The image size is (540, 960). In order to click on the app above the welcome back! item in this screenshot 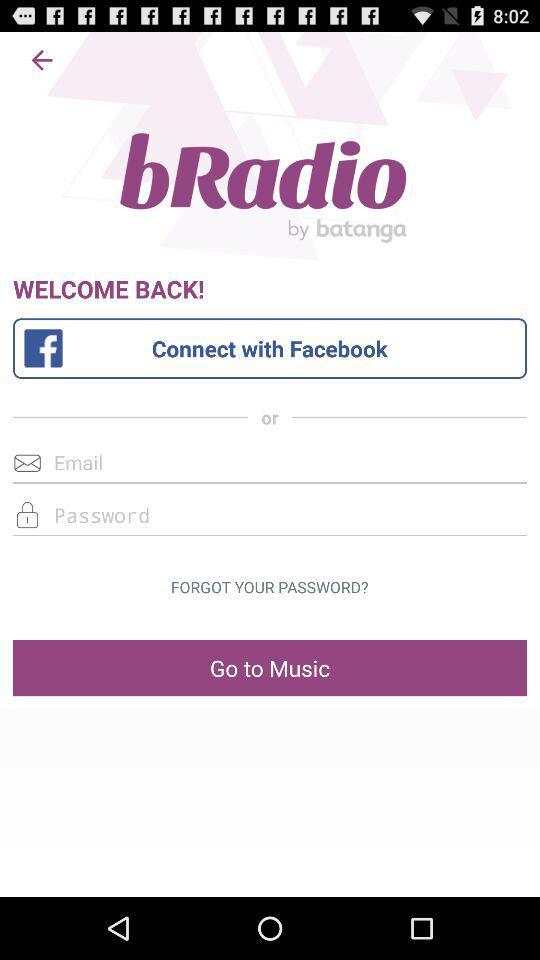, I will do `click(42, 59)`.